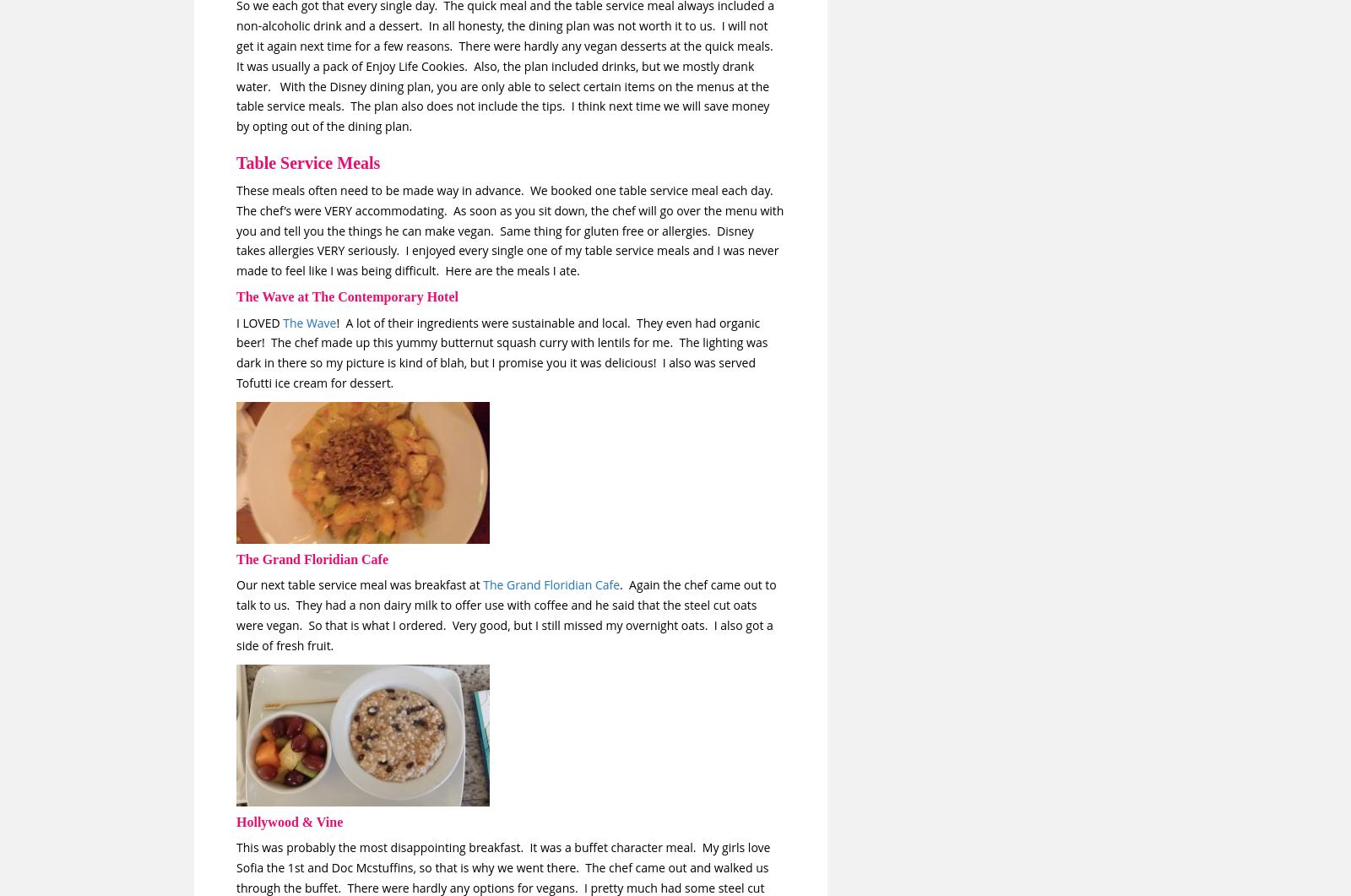  I want to click on 'The Wave', so click(309, 322).